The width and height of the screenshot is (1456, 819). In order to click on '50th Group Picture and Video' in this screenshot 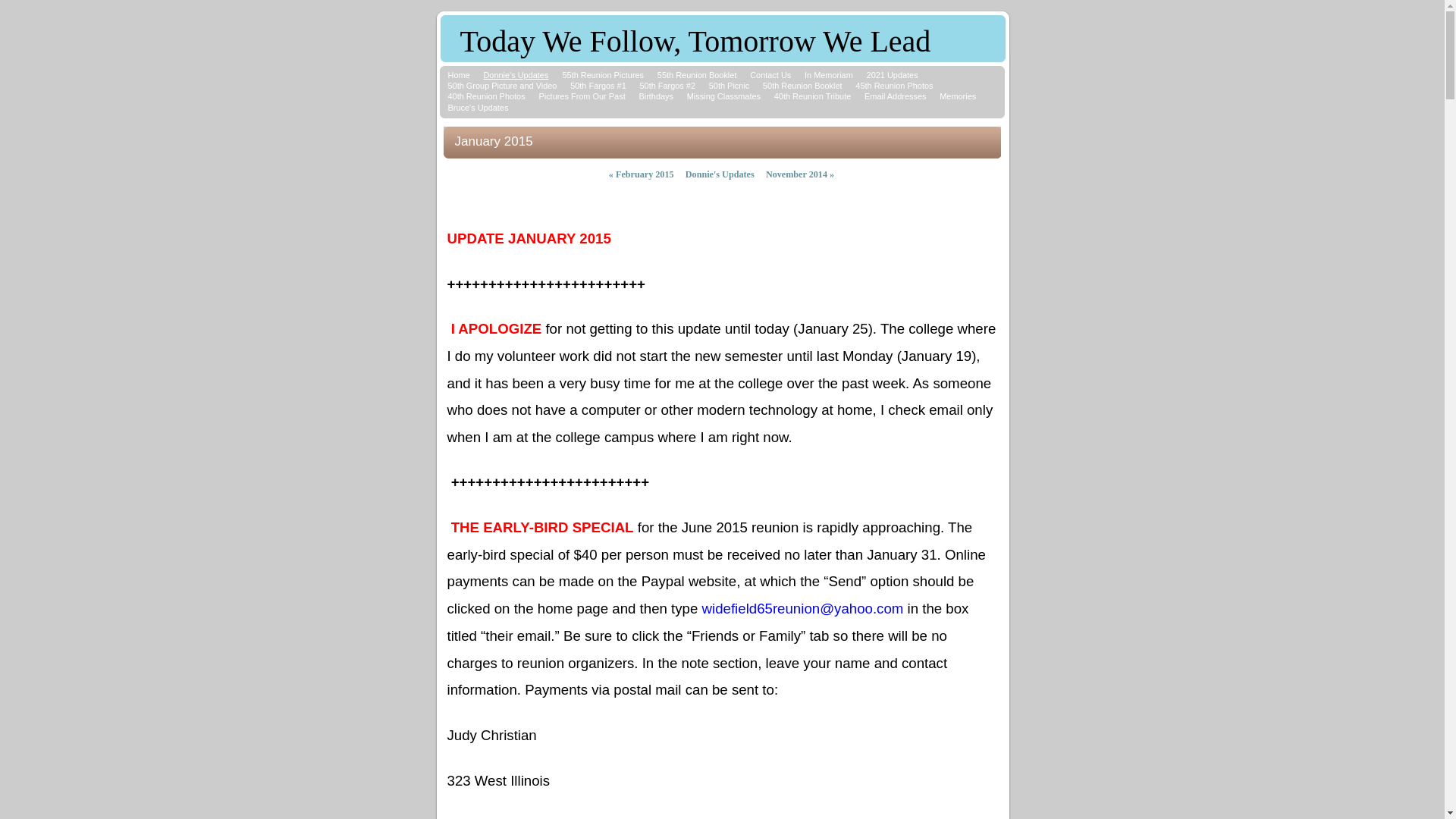, I will do `click(502, 85)`.